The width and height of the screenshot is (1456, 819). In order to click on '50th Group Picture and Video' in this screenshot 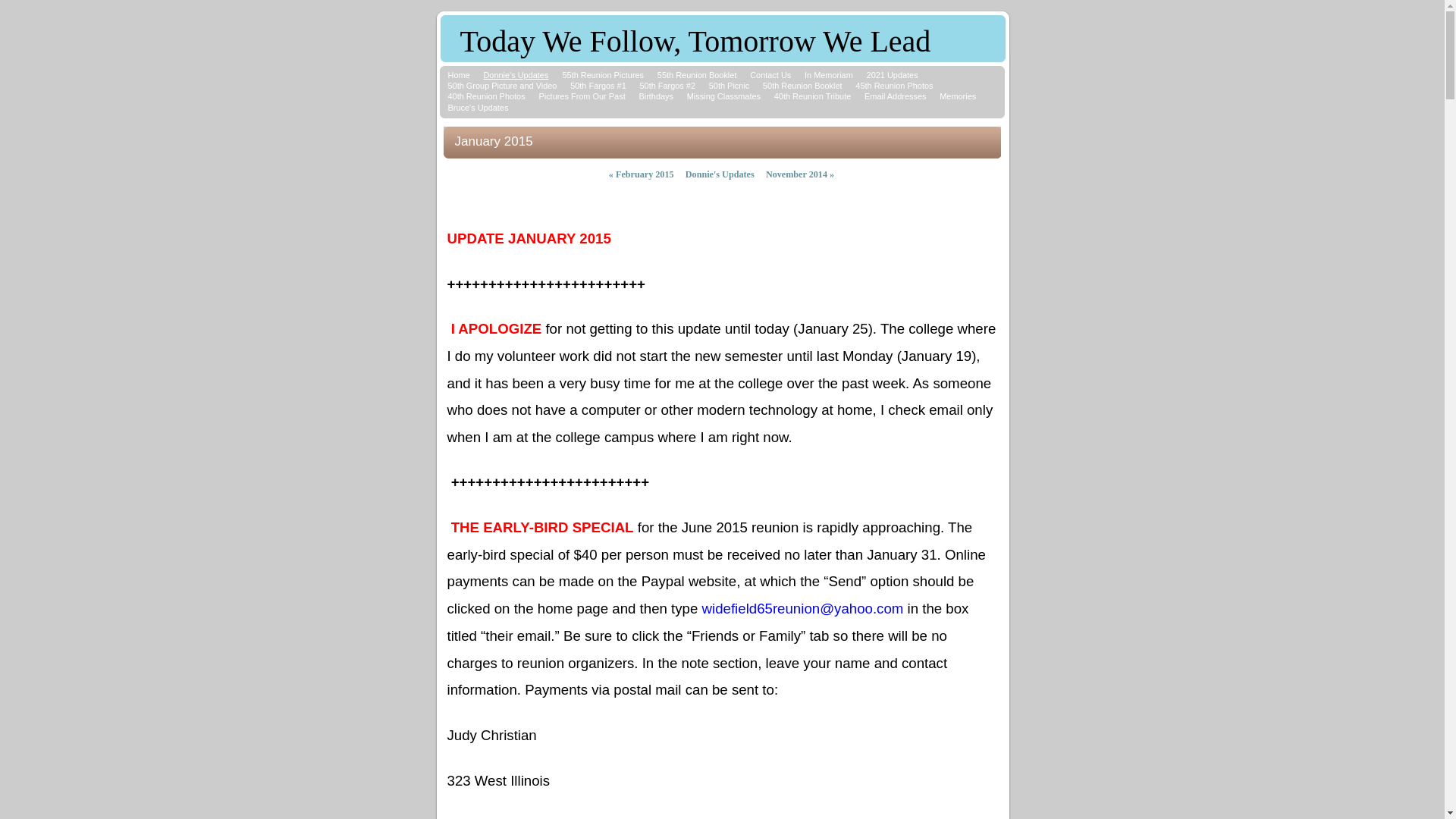, I will do `click(502, 85)`.